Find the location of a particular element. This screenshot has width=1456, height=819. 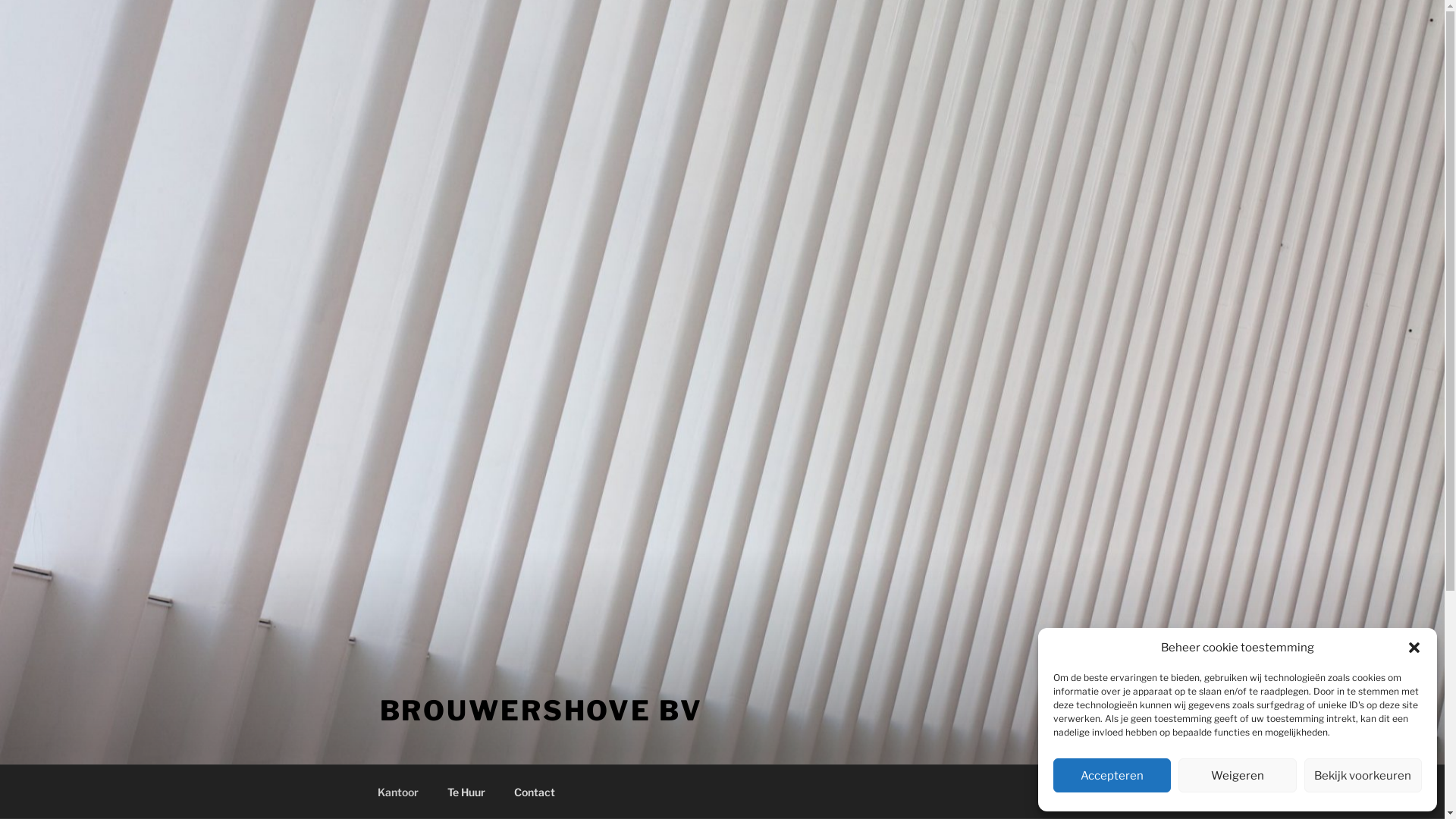

'Contact' is located at coordinates (534, 791).